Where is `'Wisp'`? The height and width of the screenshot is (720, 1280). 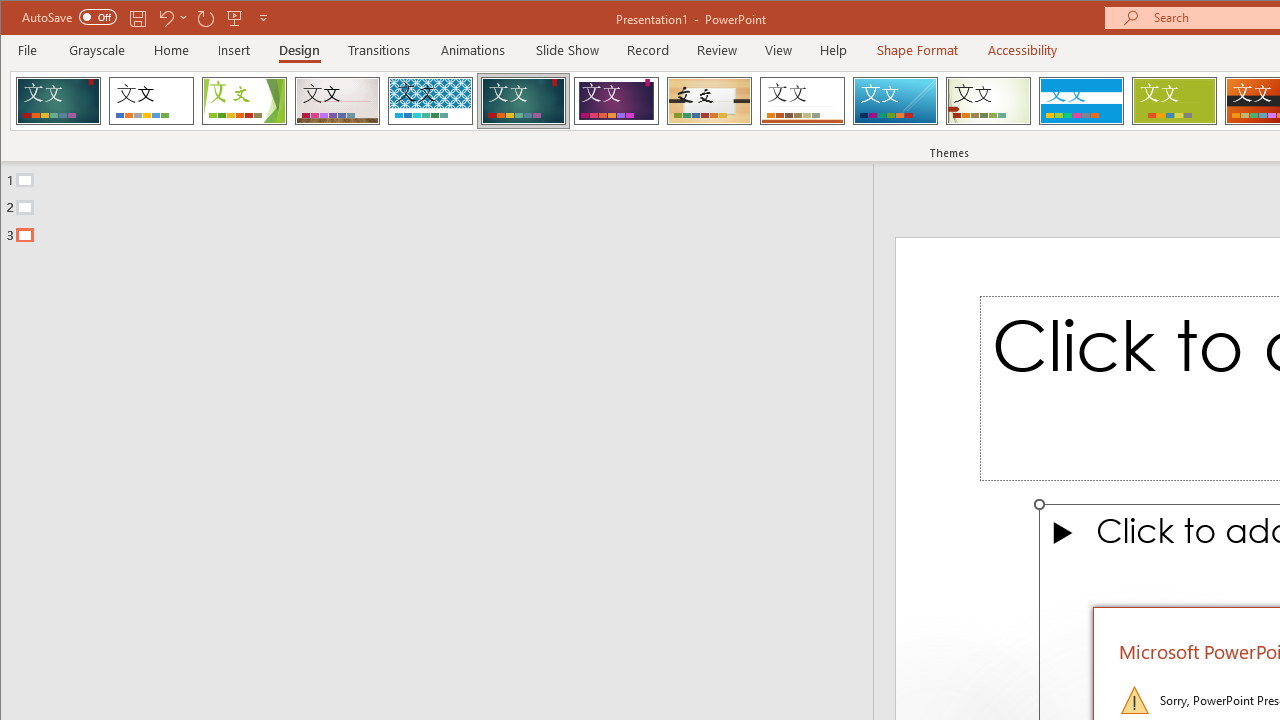
'Wisp' is located at coordinates (988, 100).